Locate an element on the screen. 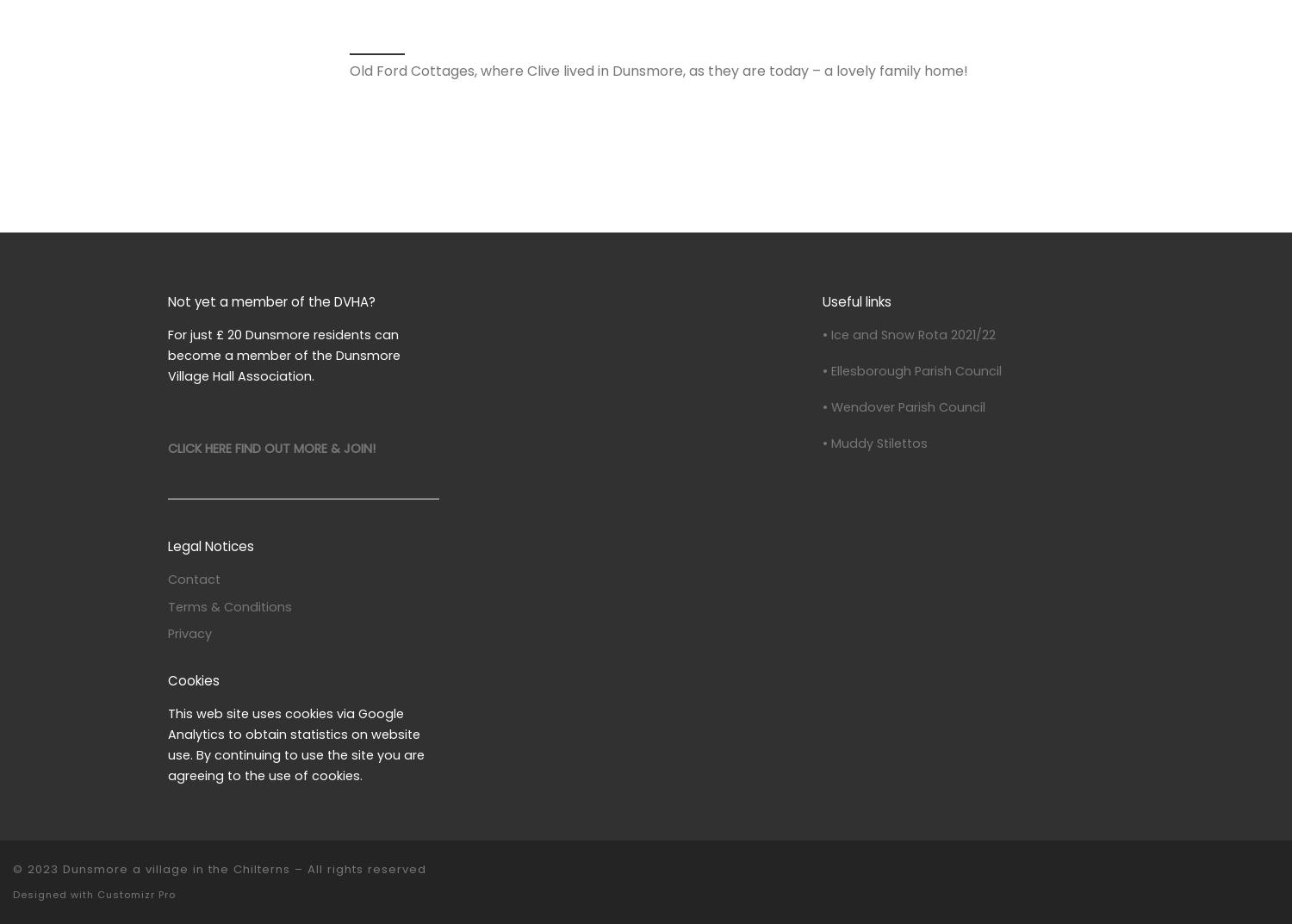 This screenshot has height=924, width=1292. 'Cookies' is located at coordinates (193, 680).